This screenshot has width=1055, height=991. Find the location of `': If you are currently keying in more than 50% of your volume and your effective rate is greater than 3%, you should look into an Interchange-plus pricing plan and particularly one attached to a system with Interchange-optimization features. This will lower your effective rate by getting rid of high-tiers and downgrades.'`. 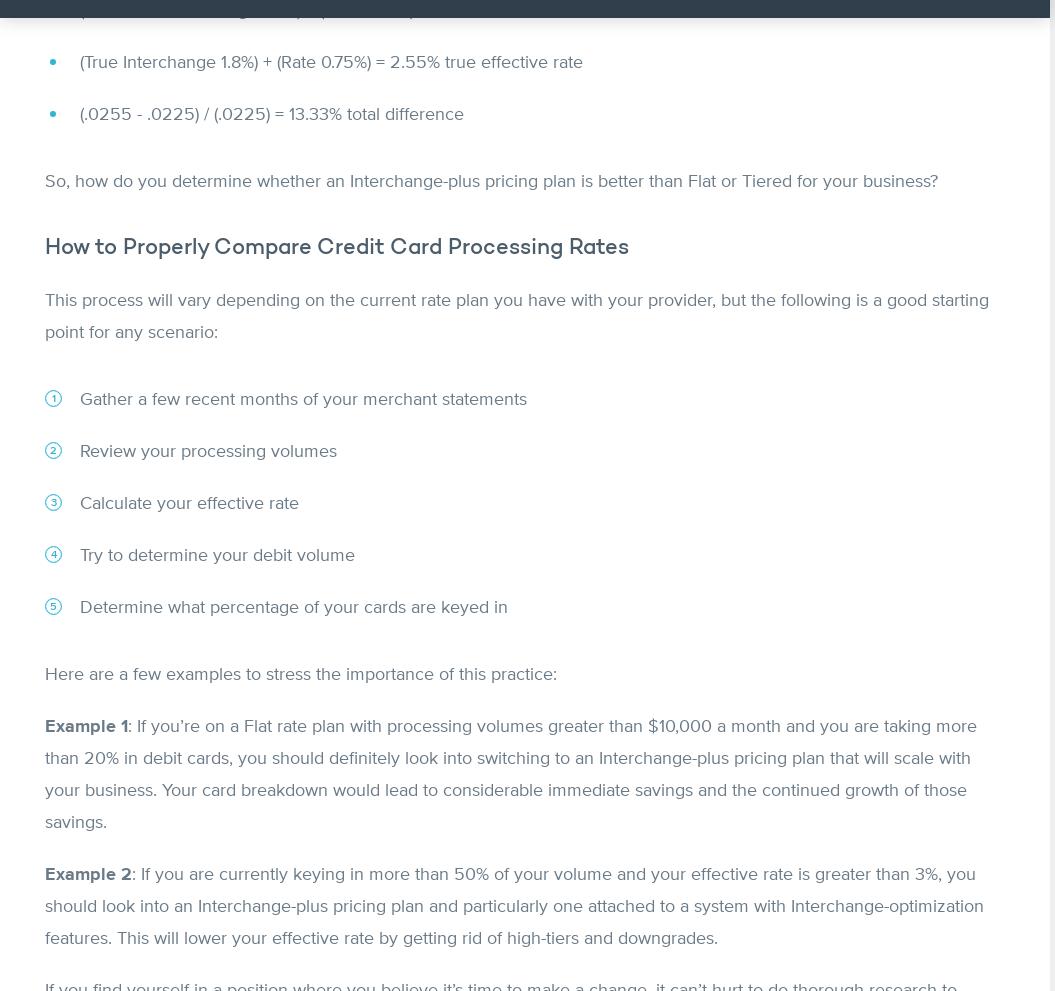

': If you are currently keying in more than 50% of your volume and your effective rate is greater than 3%, you should look into an Interchange-plus pricing plan and particularly one attached to a system with Interchange-optimization features. This will lower your effective rate by getting rid of high-tiers and downgrades.' is located at coordinates (514, 904).